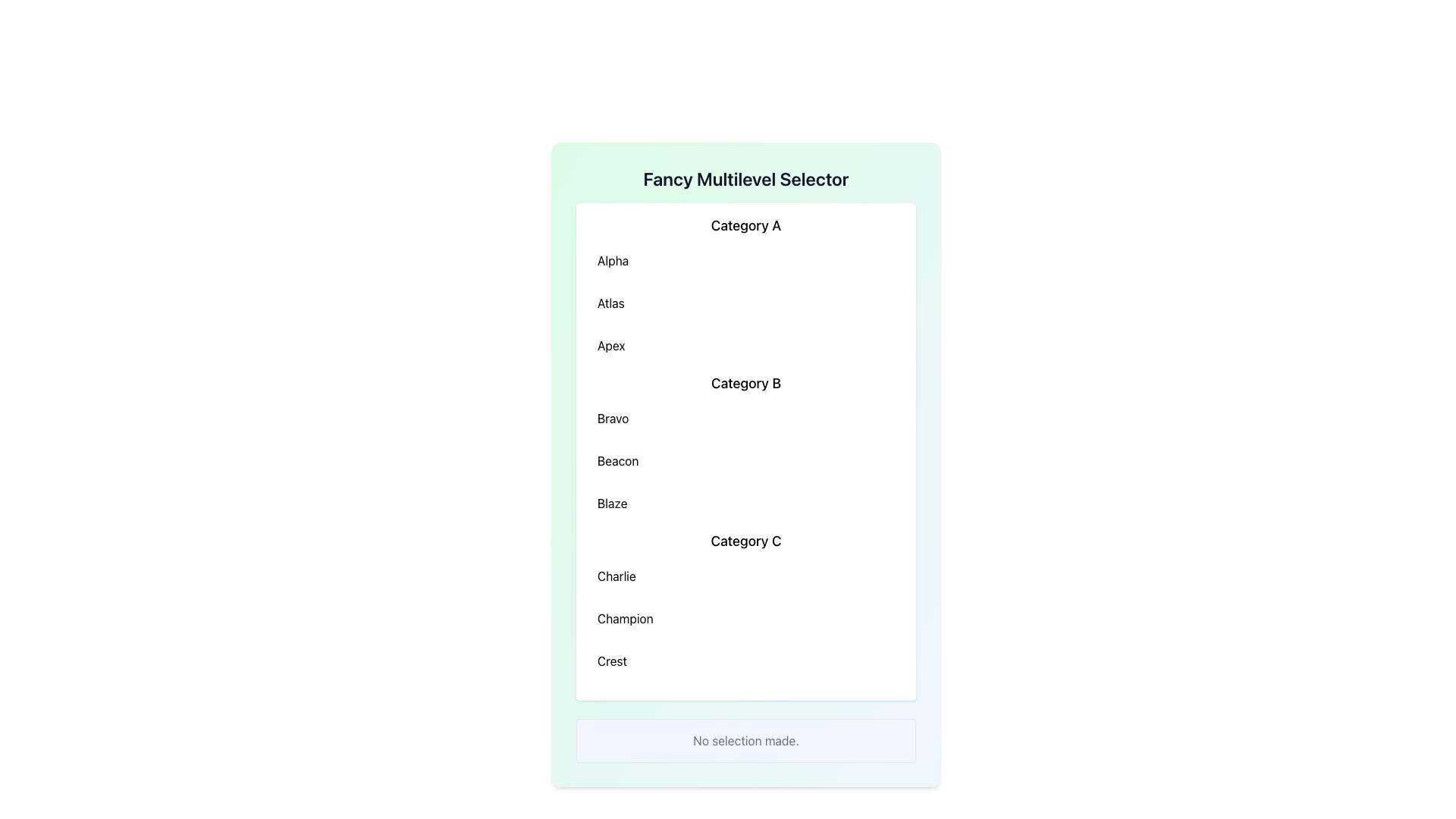 This screenshot has width=1456, height=819. What do you see at coordinates (745, 604) in the screenshot?
I see `the 'Category C' section` at bounding box center [745, 604].